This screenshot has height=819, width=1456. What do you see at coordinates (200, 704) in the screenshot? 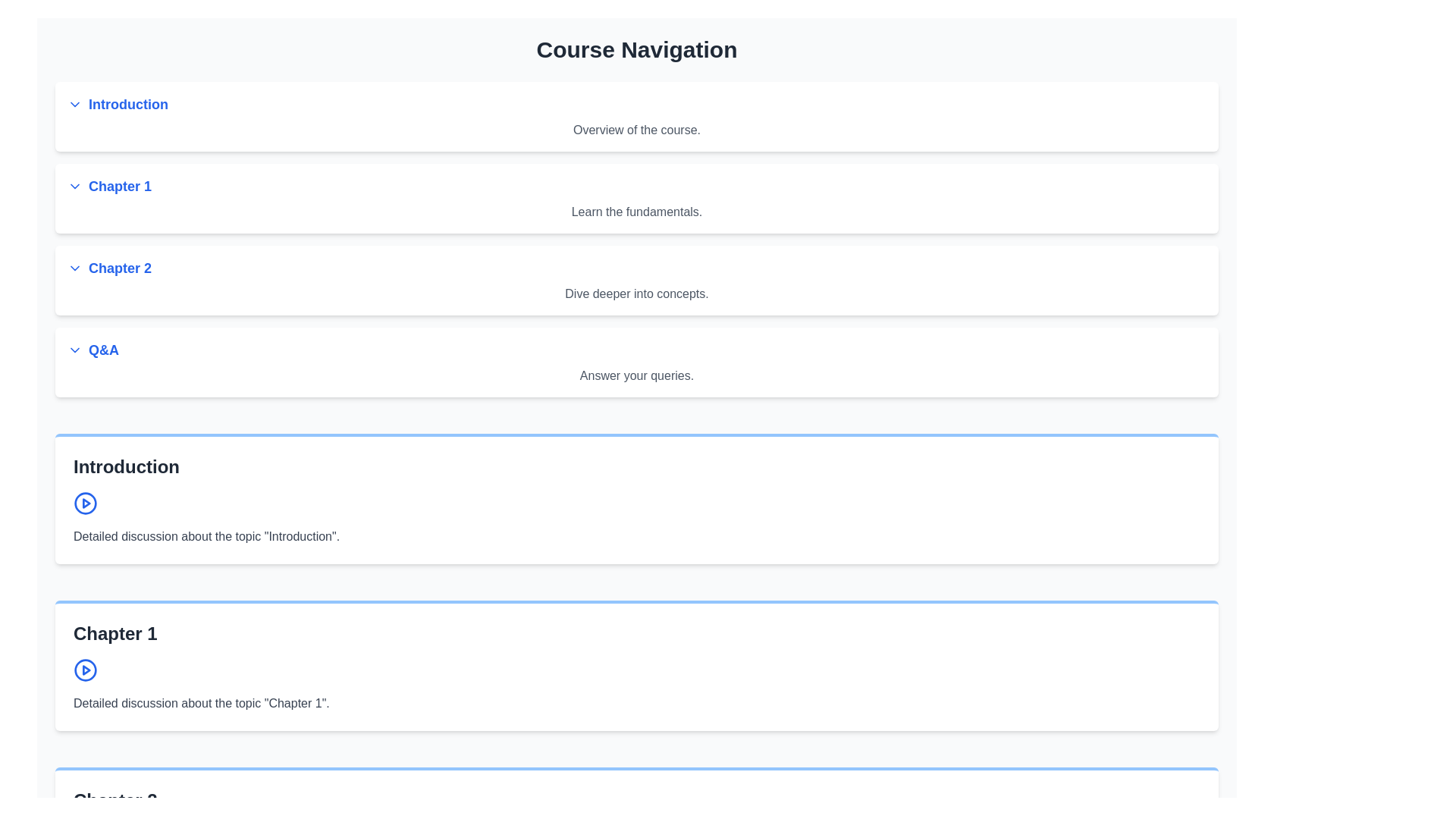
I see `the text block located below the heading 'Chapter 1' and after the play button icon` at bounding box center [200, 704].